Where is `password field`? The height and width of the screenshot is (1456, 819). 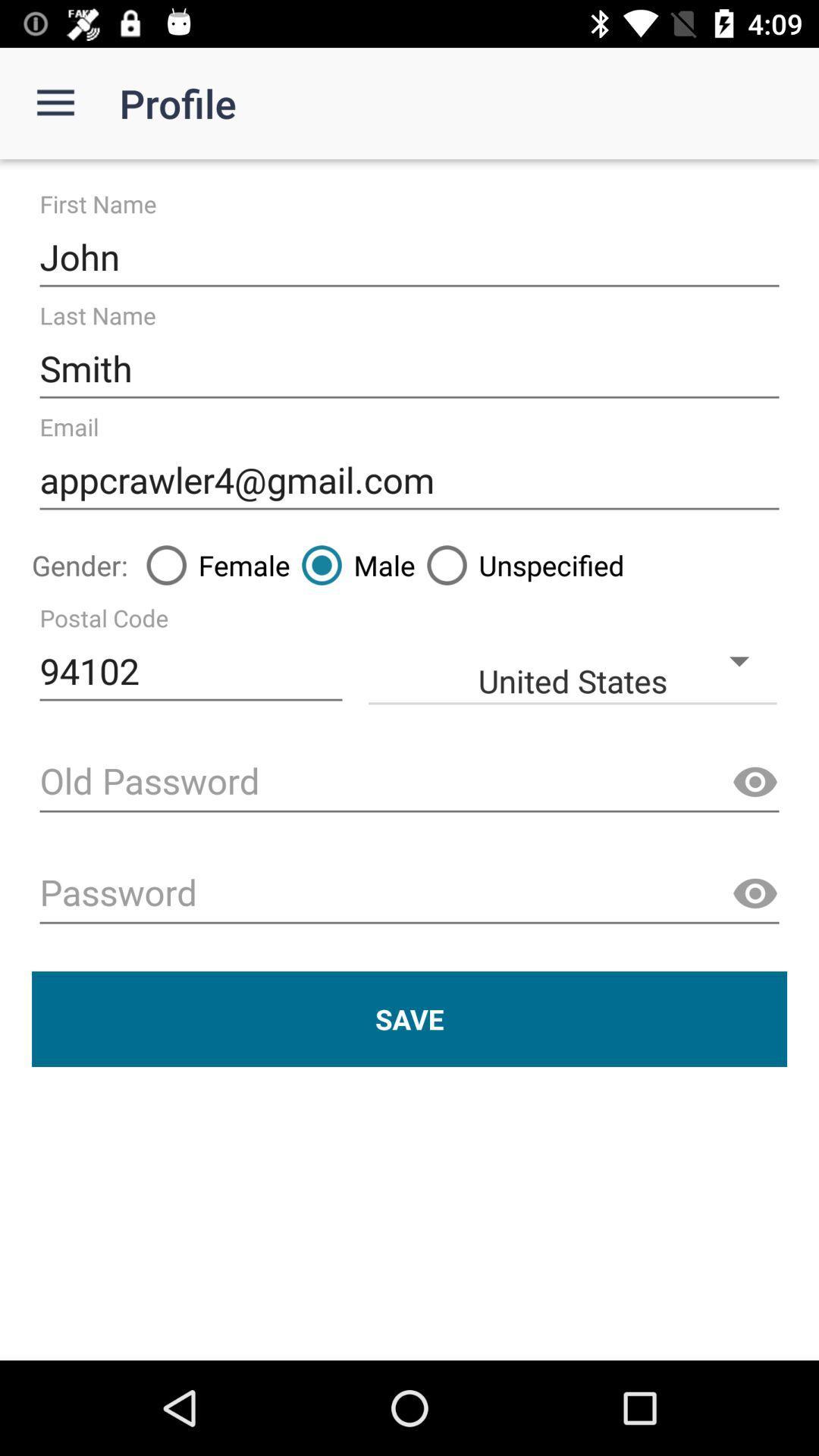 password field is located at coordinates (409, 894).